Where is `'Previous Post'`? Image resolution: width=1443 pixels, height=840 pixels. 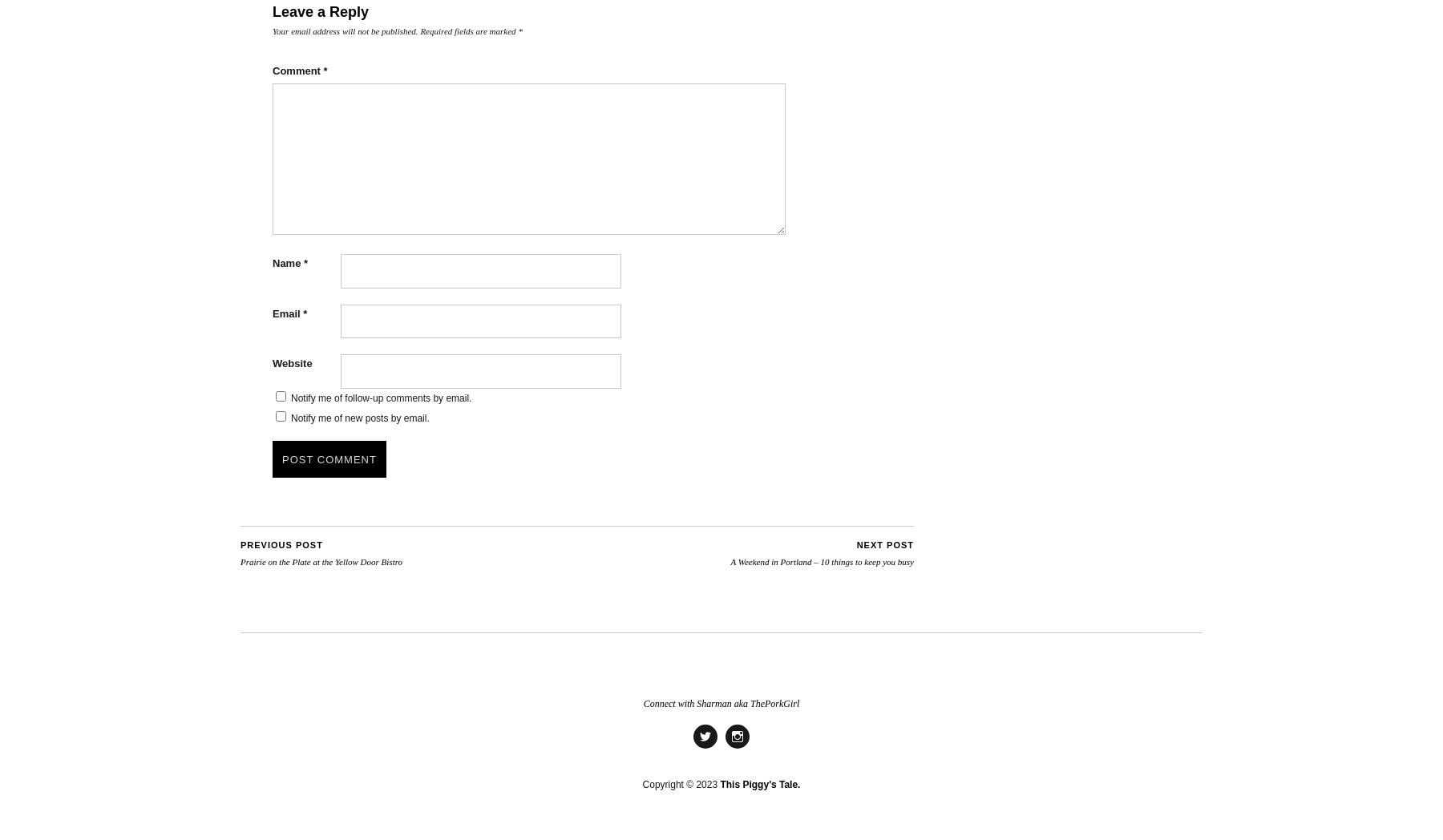 'Previous Post' is located at coordinates (281, 545).